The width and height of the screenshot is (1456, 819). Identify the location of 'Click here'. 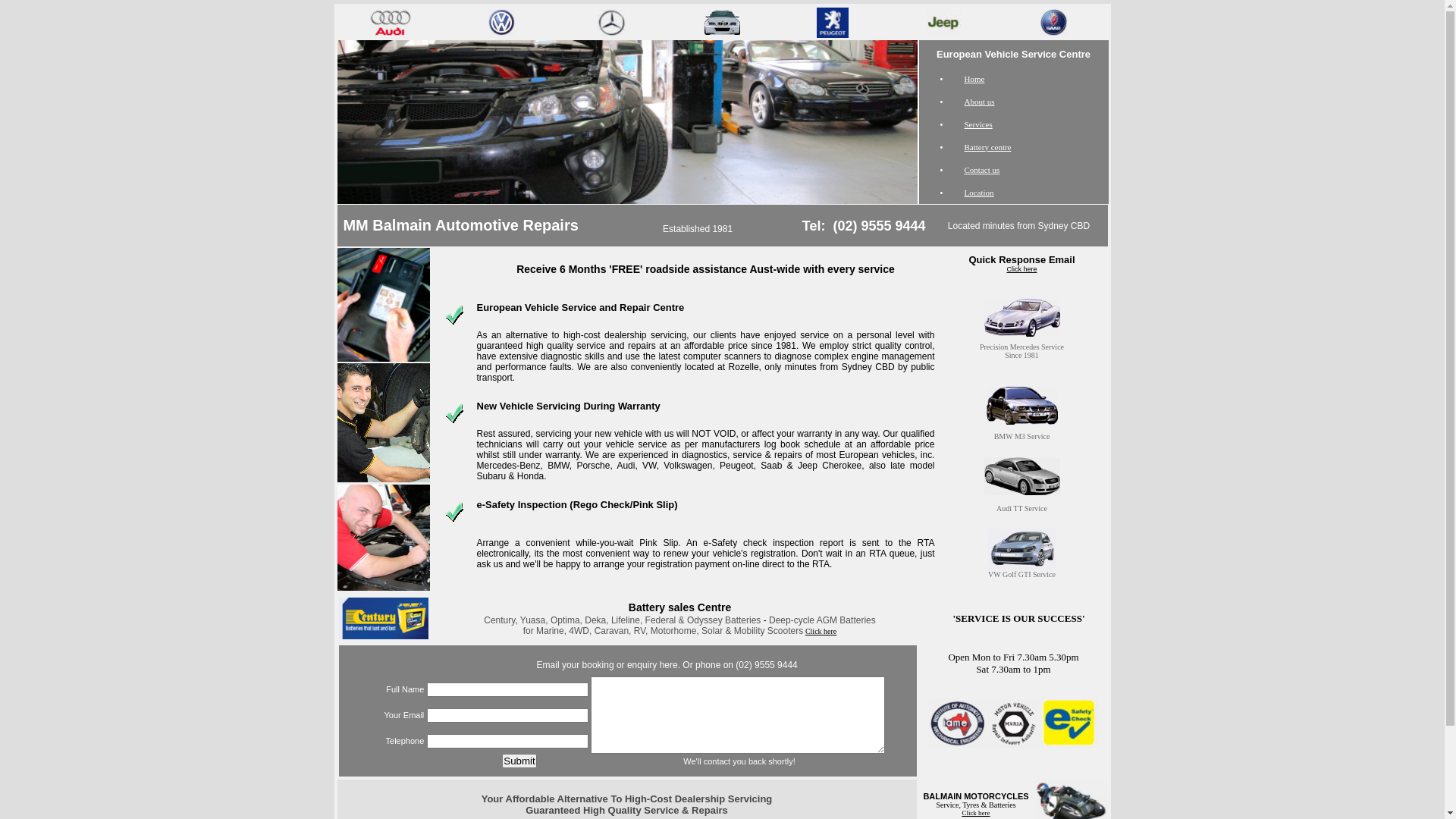
(1006, 268).